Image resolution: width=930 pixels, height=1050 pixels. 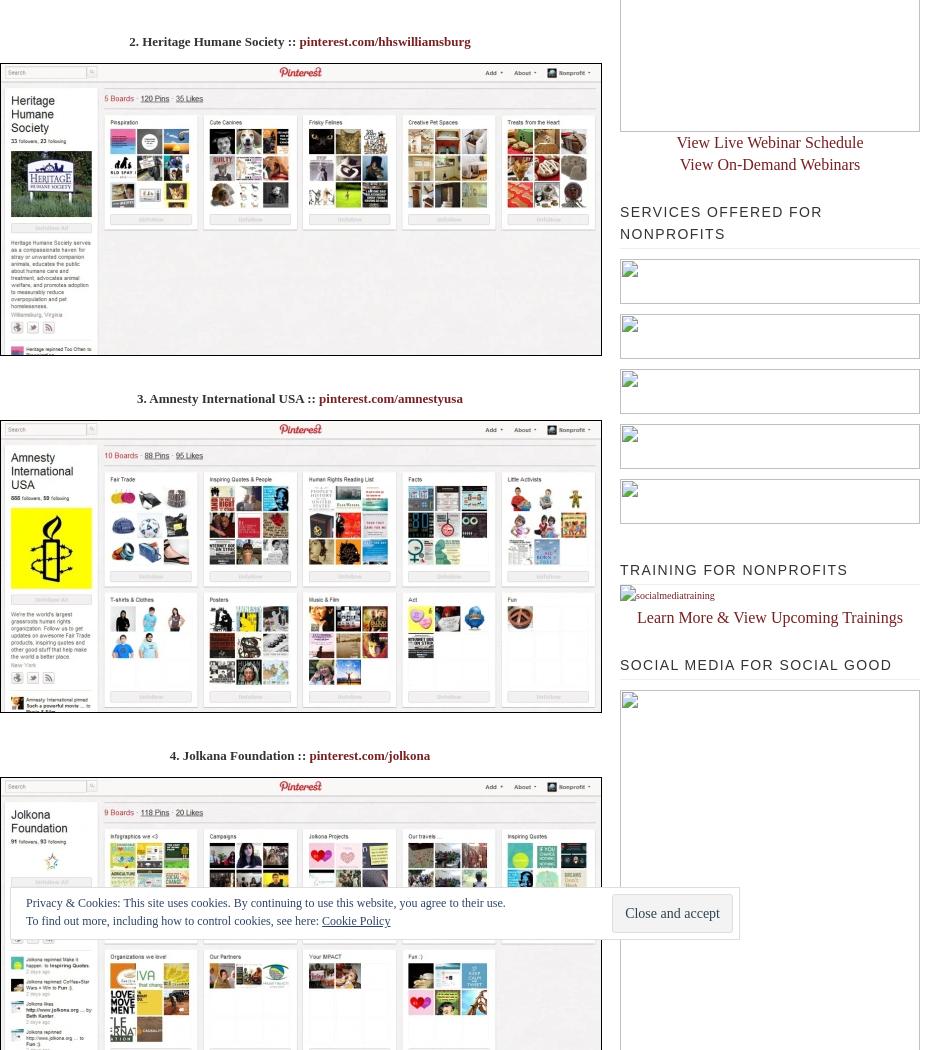 I want to click on 'Training for Nonprofits', so click(x=733, y=569).